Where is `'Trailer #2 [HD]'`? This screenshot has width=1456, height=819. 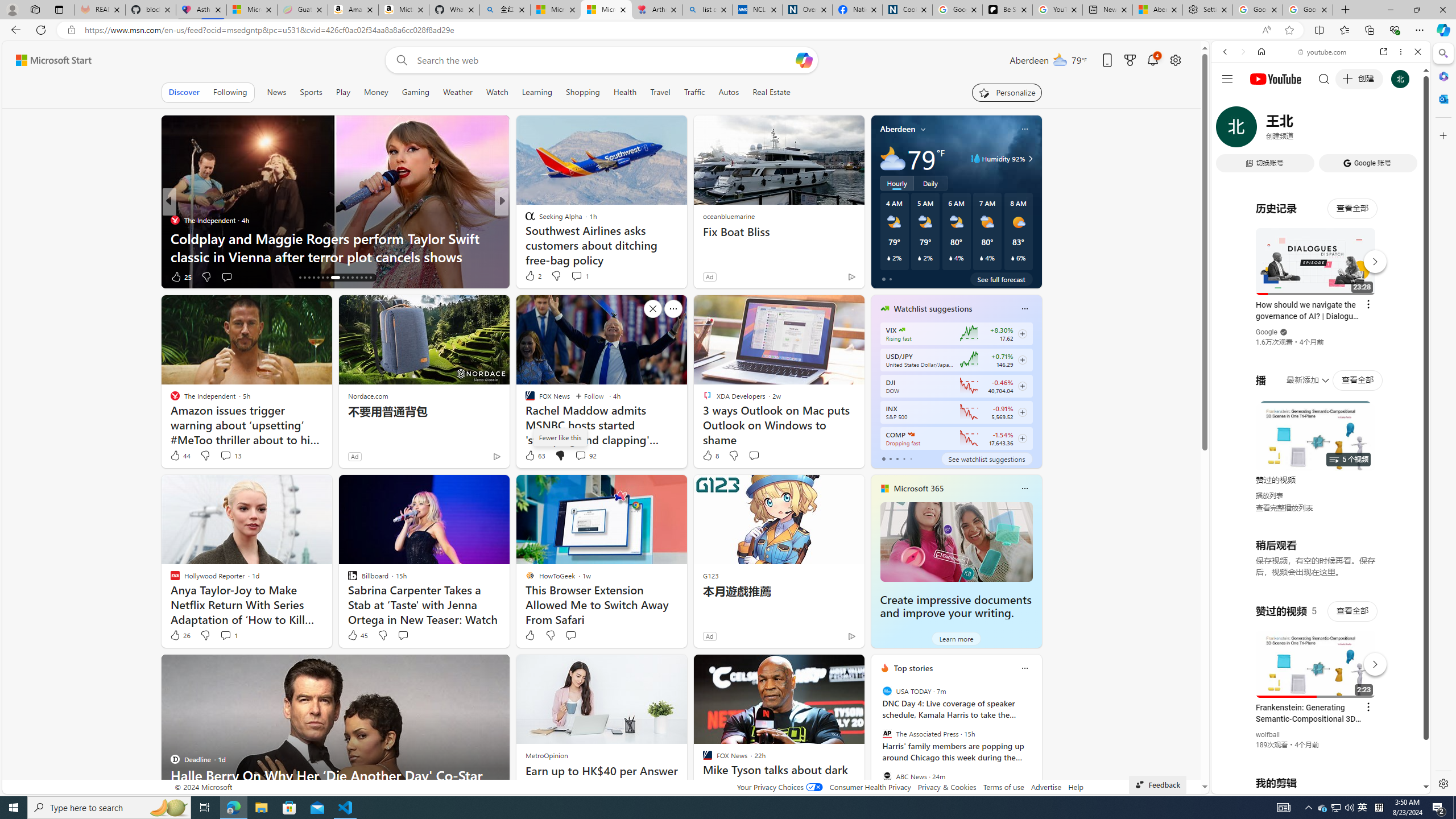
'Trailer #2 [HD]' is located at coordinates (1319, 337).